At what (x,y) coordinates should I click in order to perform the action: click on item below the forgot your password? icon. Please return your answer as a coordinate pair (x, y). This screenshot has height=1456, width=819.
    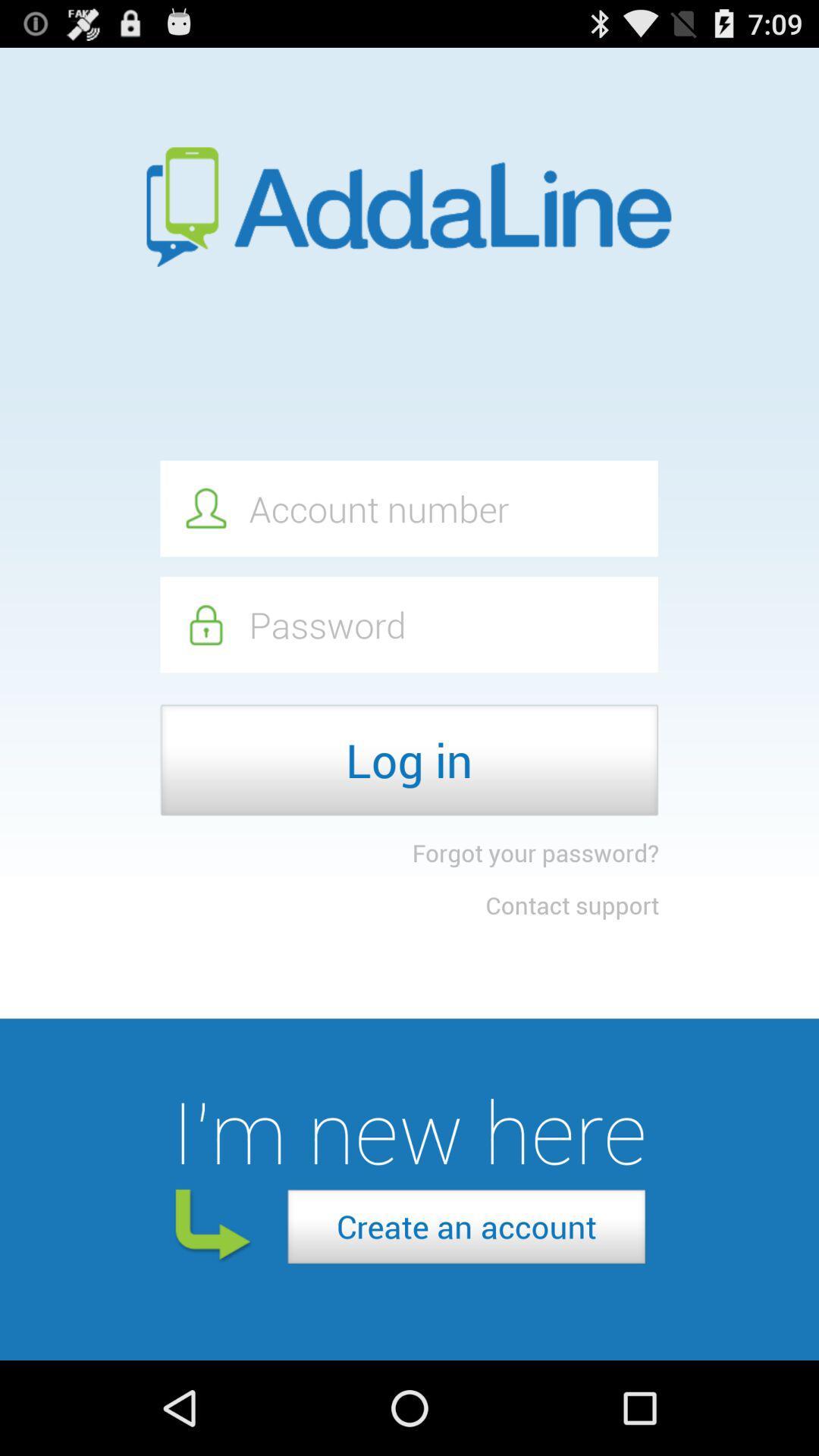
    Looking at the image, I should click on (572, 905).